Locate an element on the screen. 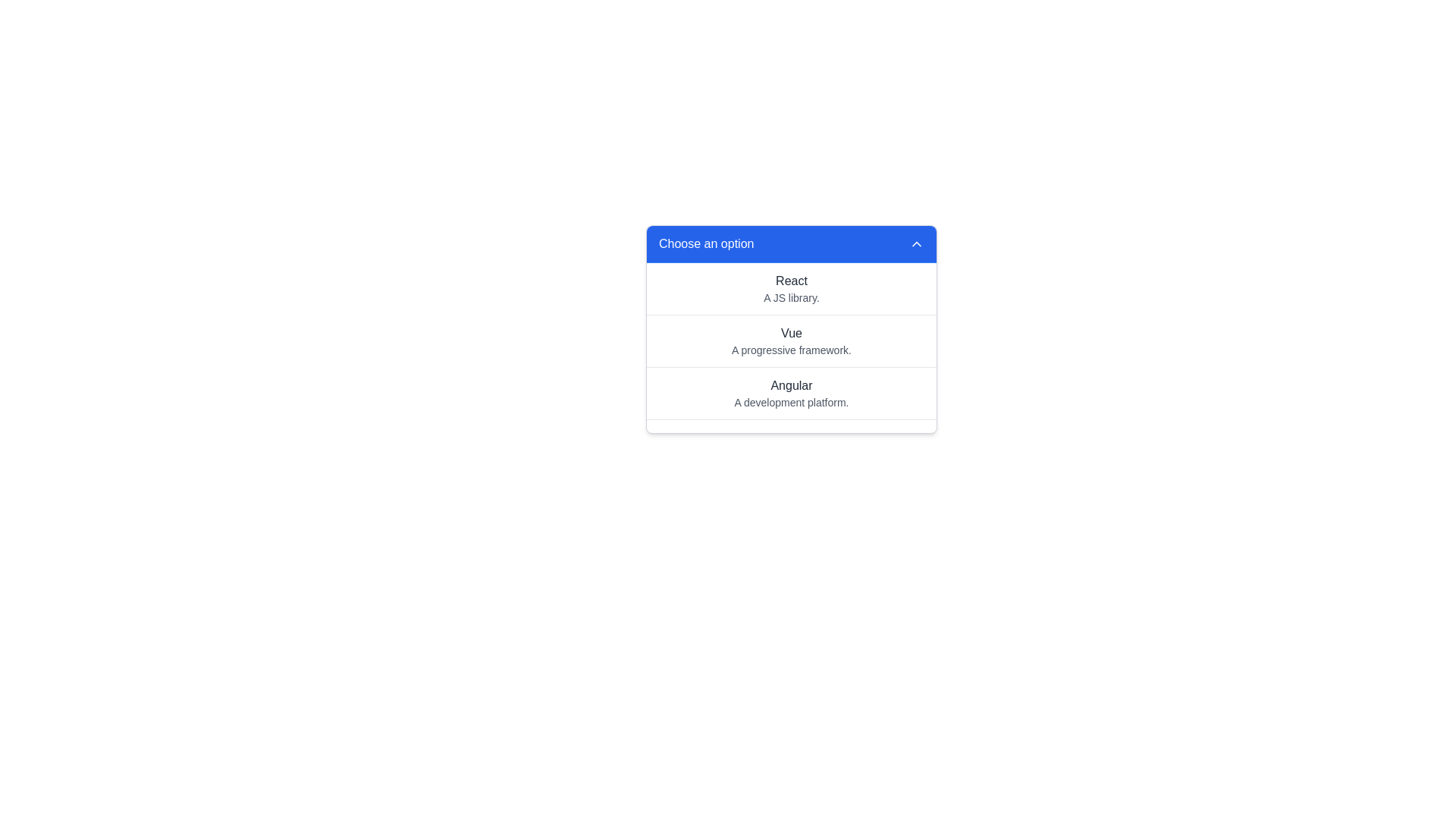 The image size is (1456, 819). the text label indicating the 'Angular' dropdown option, which is located in the third position of the dropdown menu and represents the title of that option is located at coordinates (790, 385).